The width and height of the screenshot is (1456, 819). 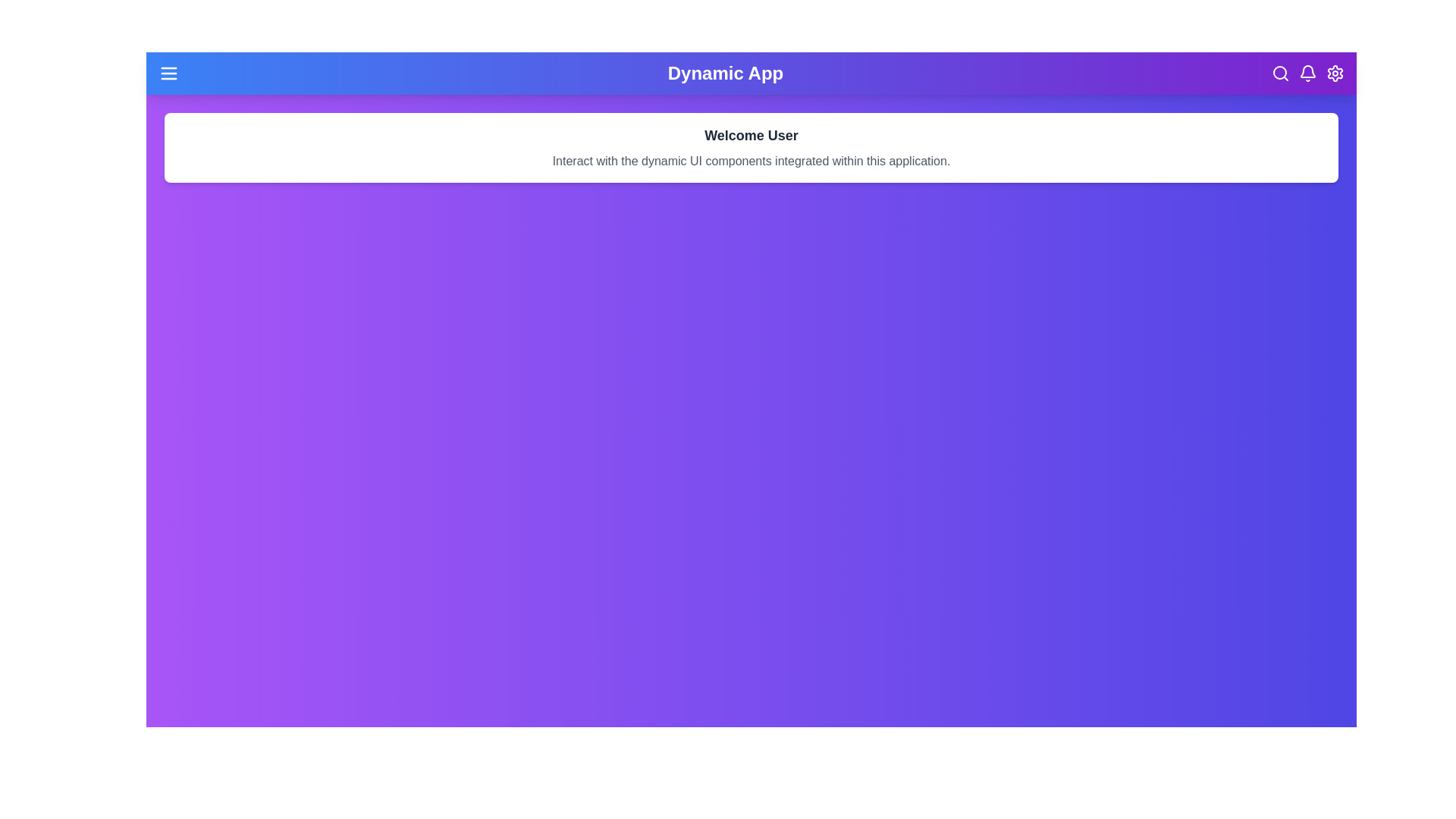 I want to click on the bell icon to open the notifications, so click(x=1307, y=73).